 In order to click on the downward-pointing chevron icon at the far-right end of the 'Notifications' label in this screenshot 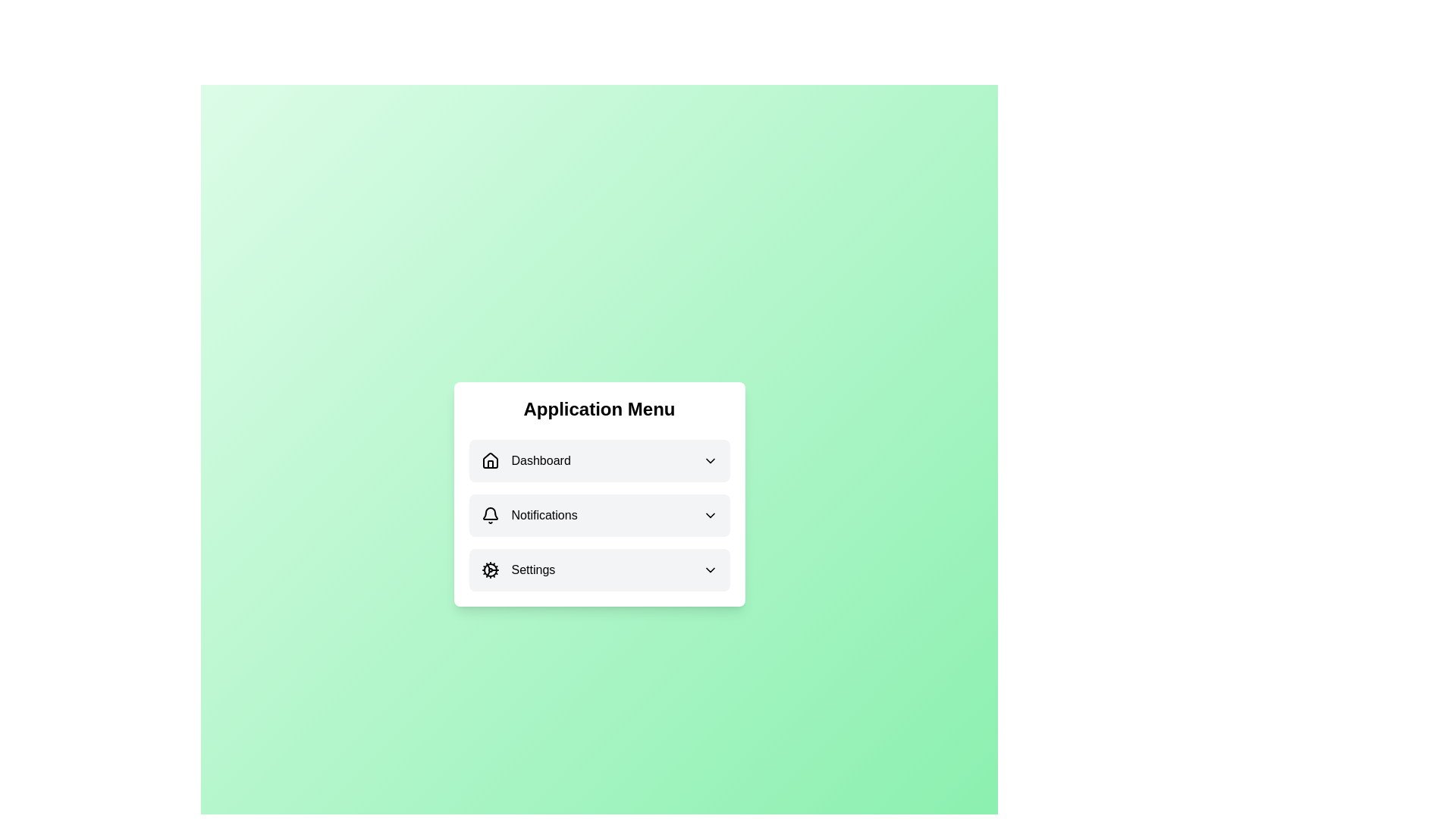, I will do `click(709, 514)`.